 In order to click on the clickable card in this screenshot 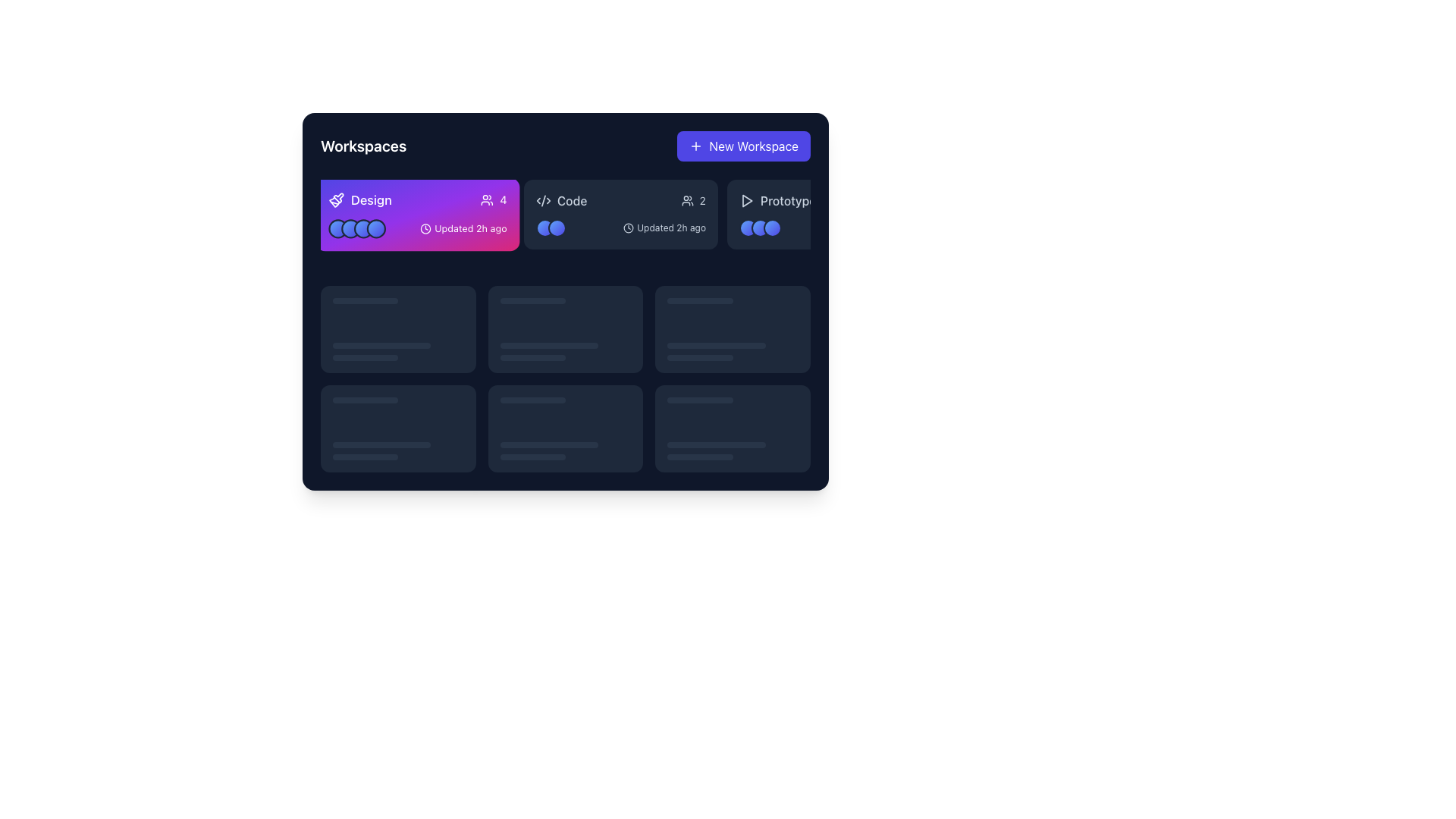, I will do `click(398, 328)`.